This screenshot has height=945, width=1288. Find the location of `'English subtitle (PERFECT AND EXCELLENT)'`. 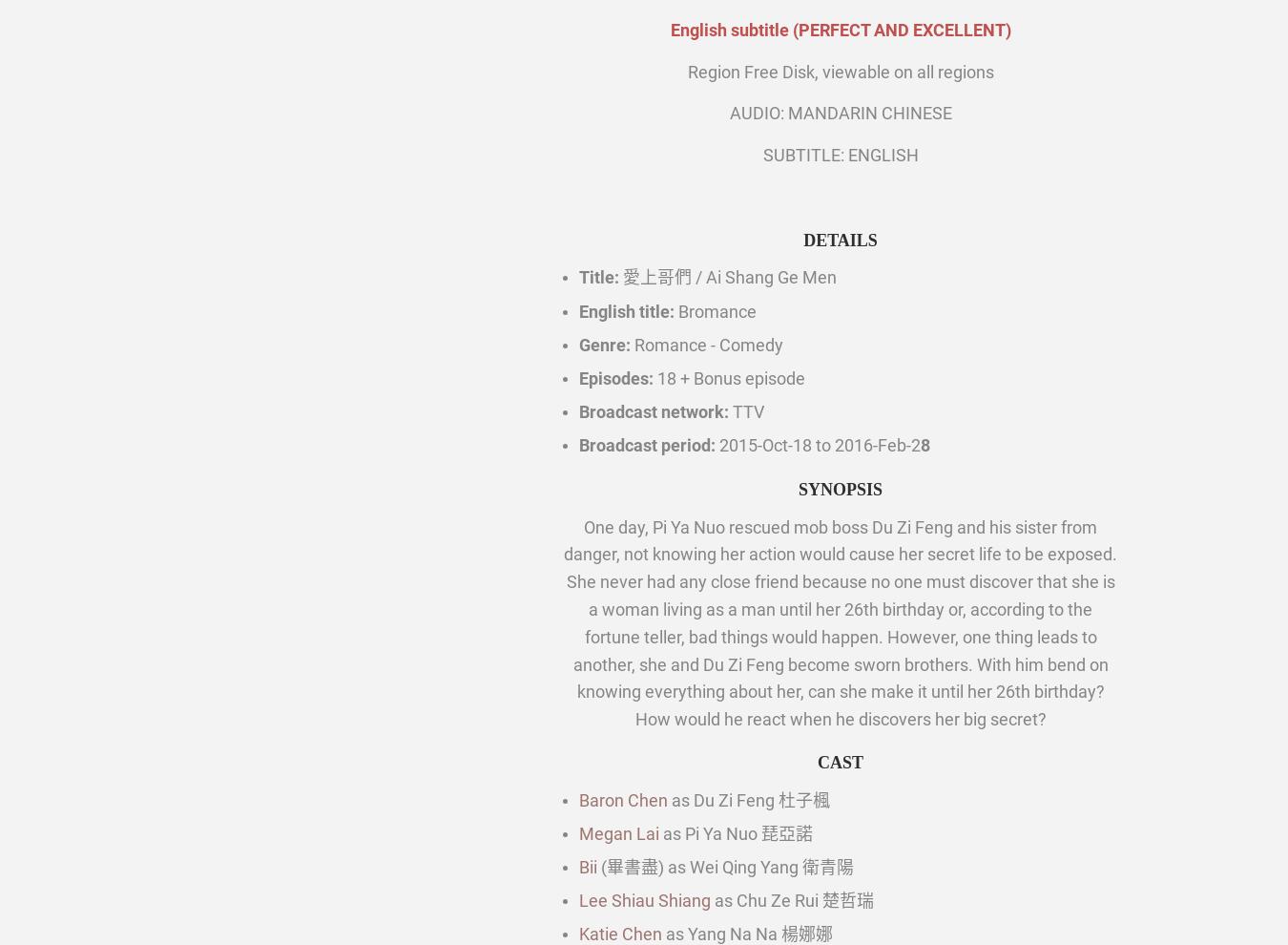

'English subtitle (PERFECT AND EXCELLENT)' is located at coordinates (840, 28).